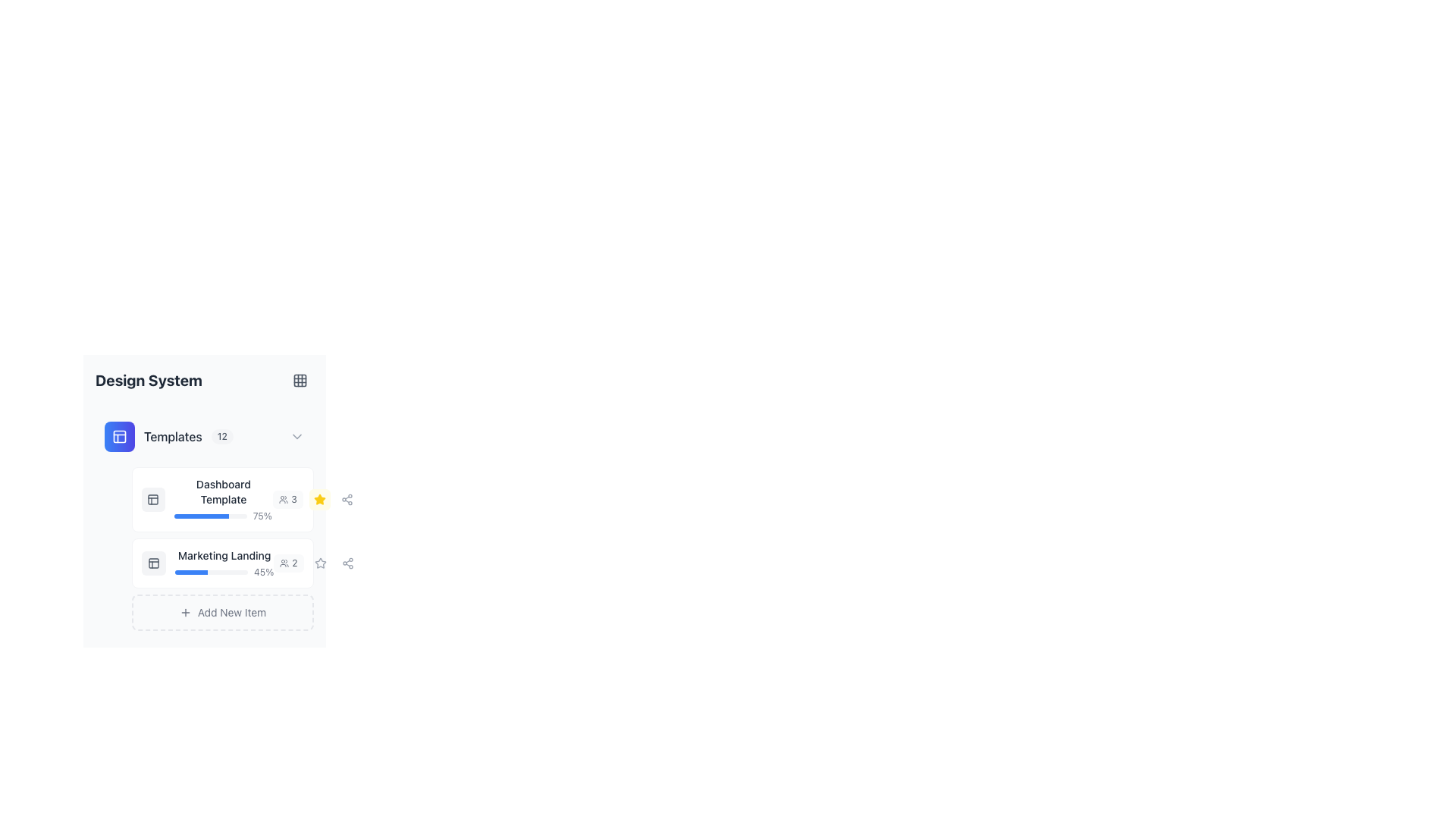 The height and width of the screenshot is (819, 1456). Describe the element at coordinates (119, 436) in the screenshot. I see `the blue gradient circular icon located near the top-left corner of the interface, to the left of the 'Templates' section header in the sidebar` at that location.